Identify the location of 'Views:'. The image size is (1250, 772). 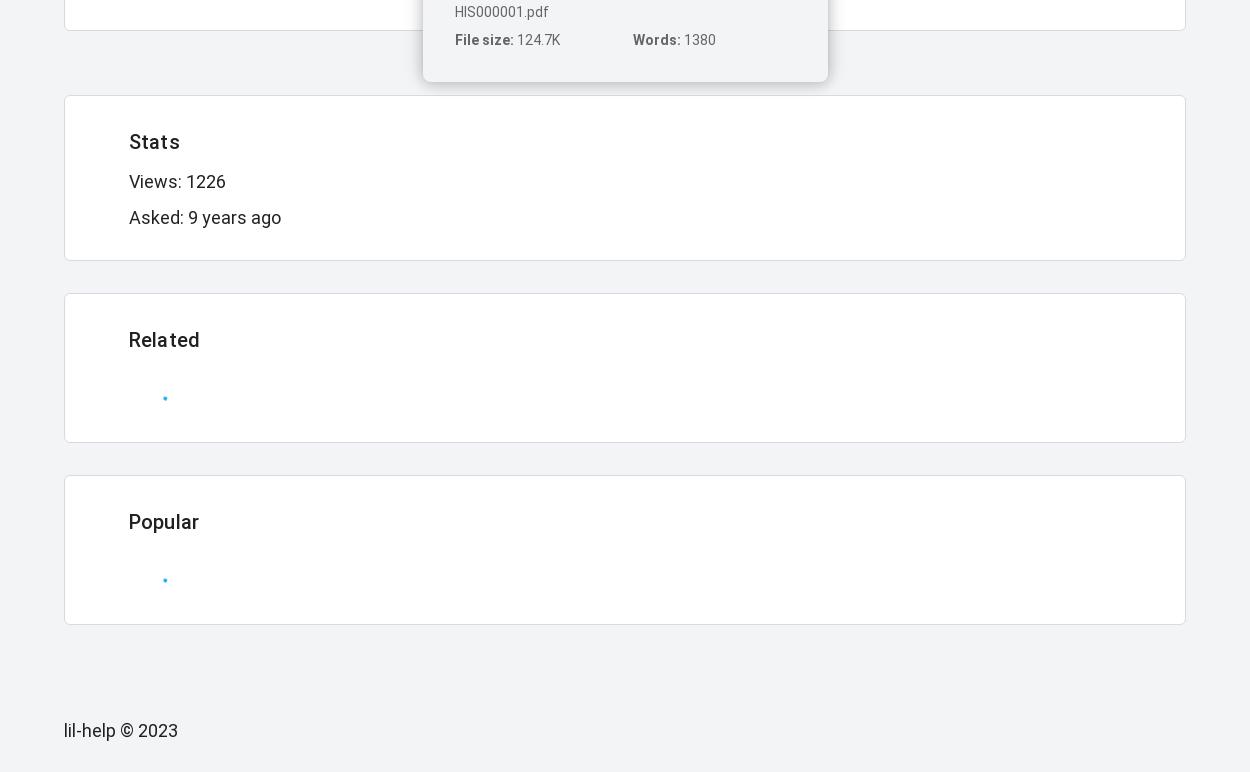
(157, 180).